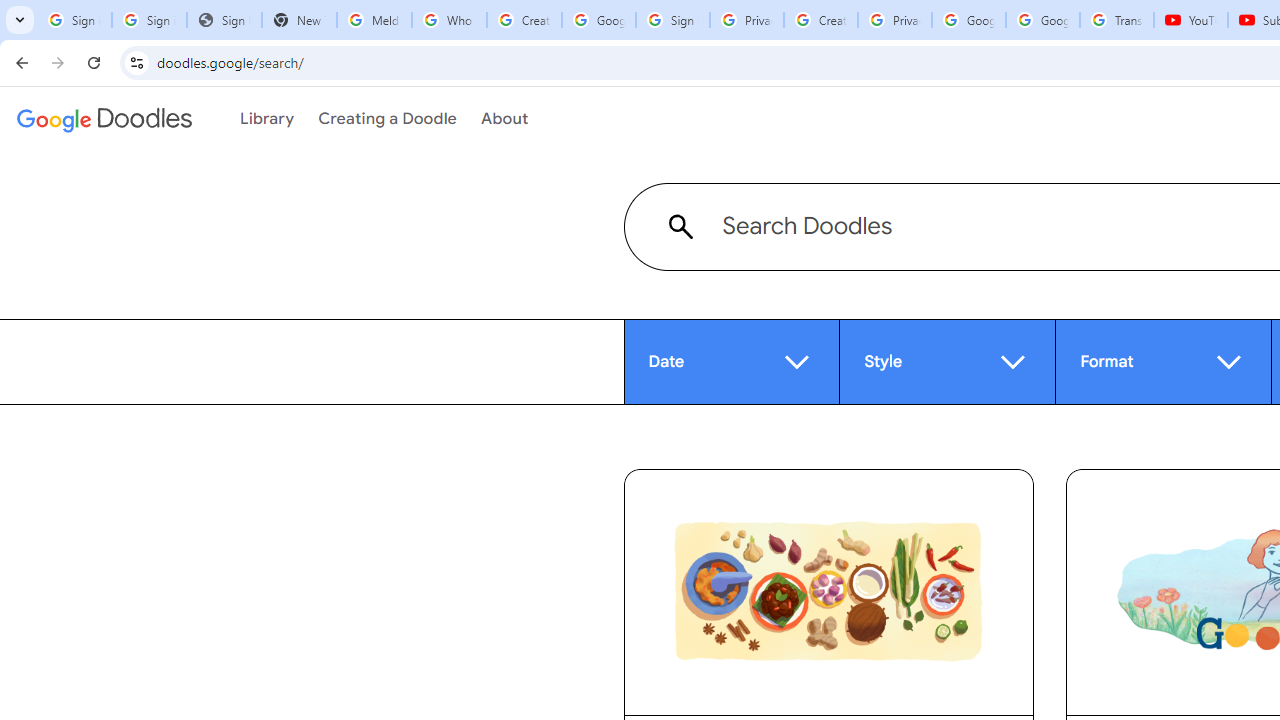 Image resolution: width=1280 pixels, height=720 pixels. I want to click on 'Format', so click(1163, 361).